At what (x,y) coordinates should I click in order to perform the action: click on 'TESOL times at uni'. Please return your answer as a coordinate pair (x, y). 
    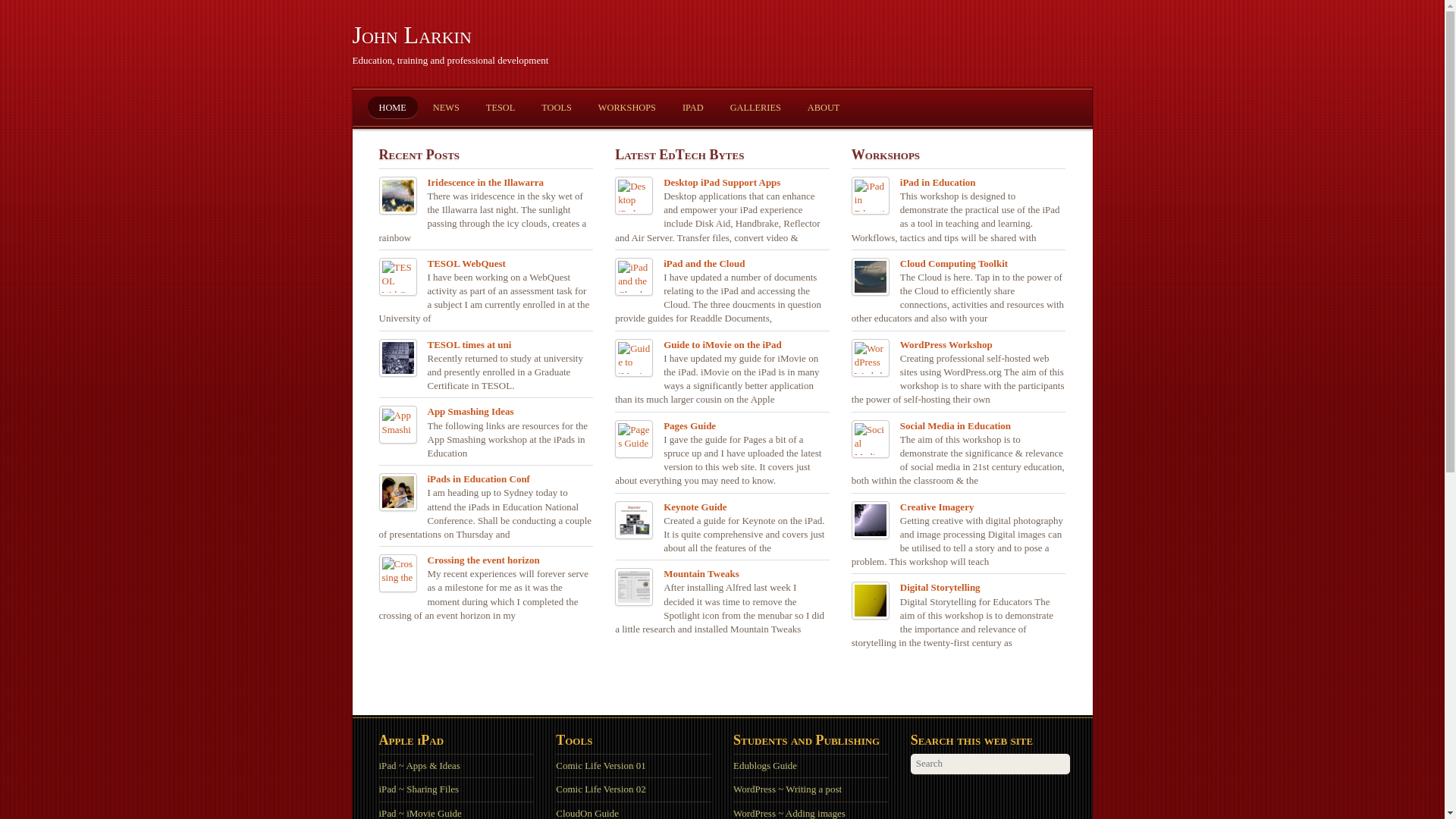
    Looking at the image, I should click on (427, 345).